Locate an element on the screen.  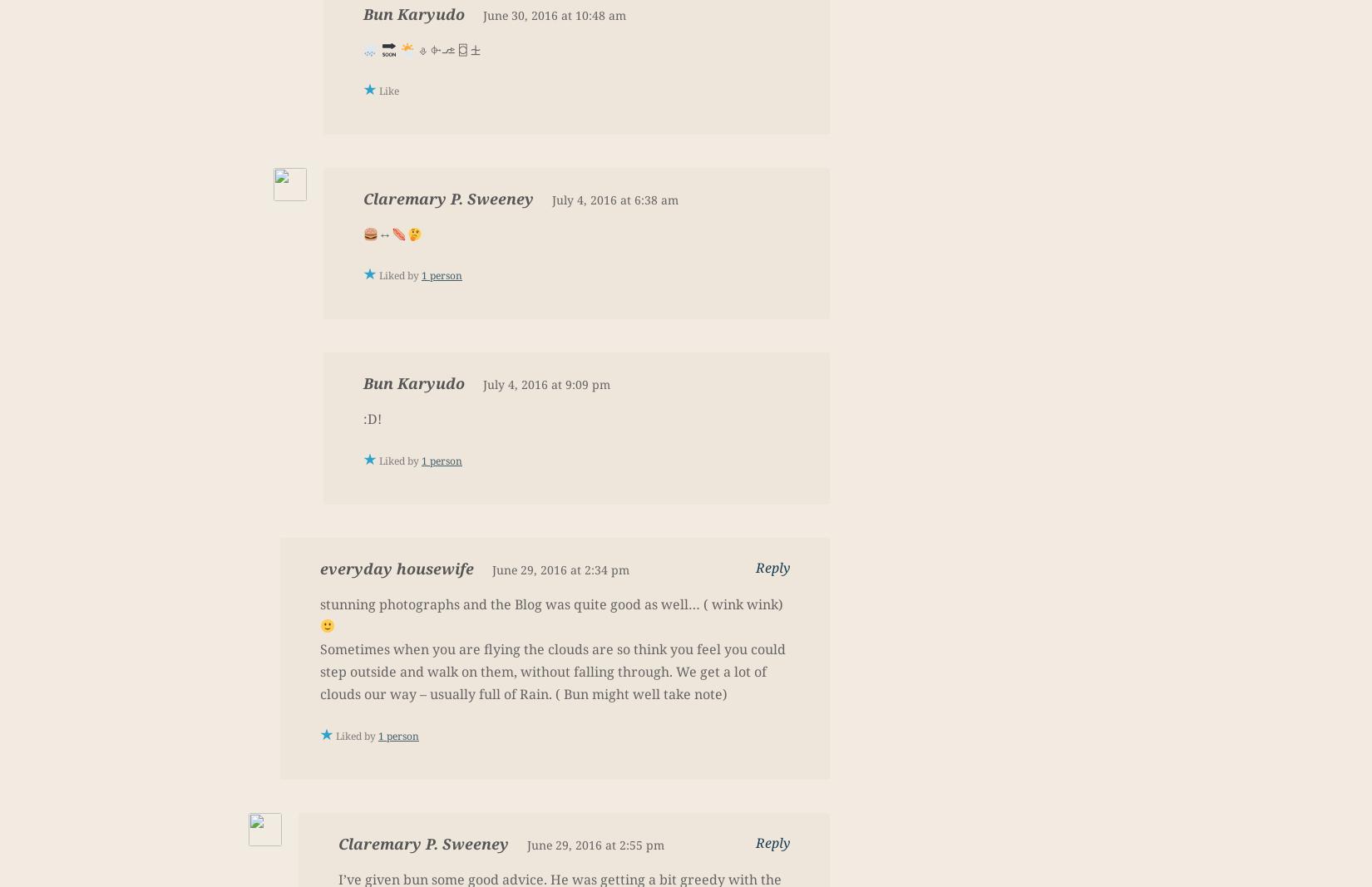
'June 29, 2016 at 2:55 pm' is located at coordinates (595, 844).